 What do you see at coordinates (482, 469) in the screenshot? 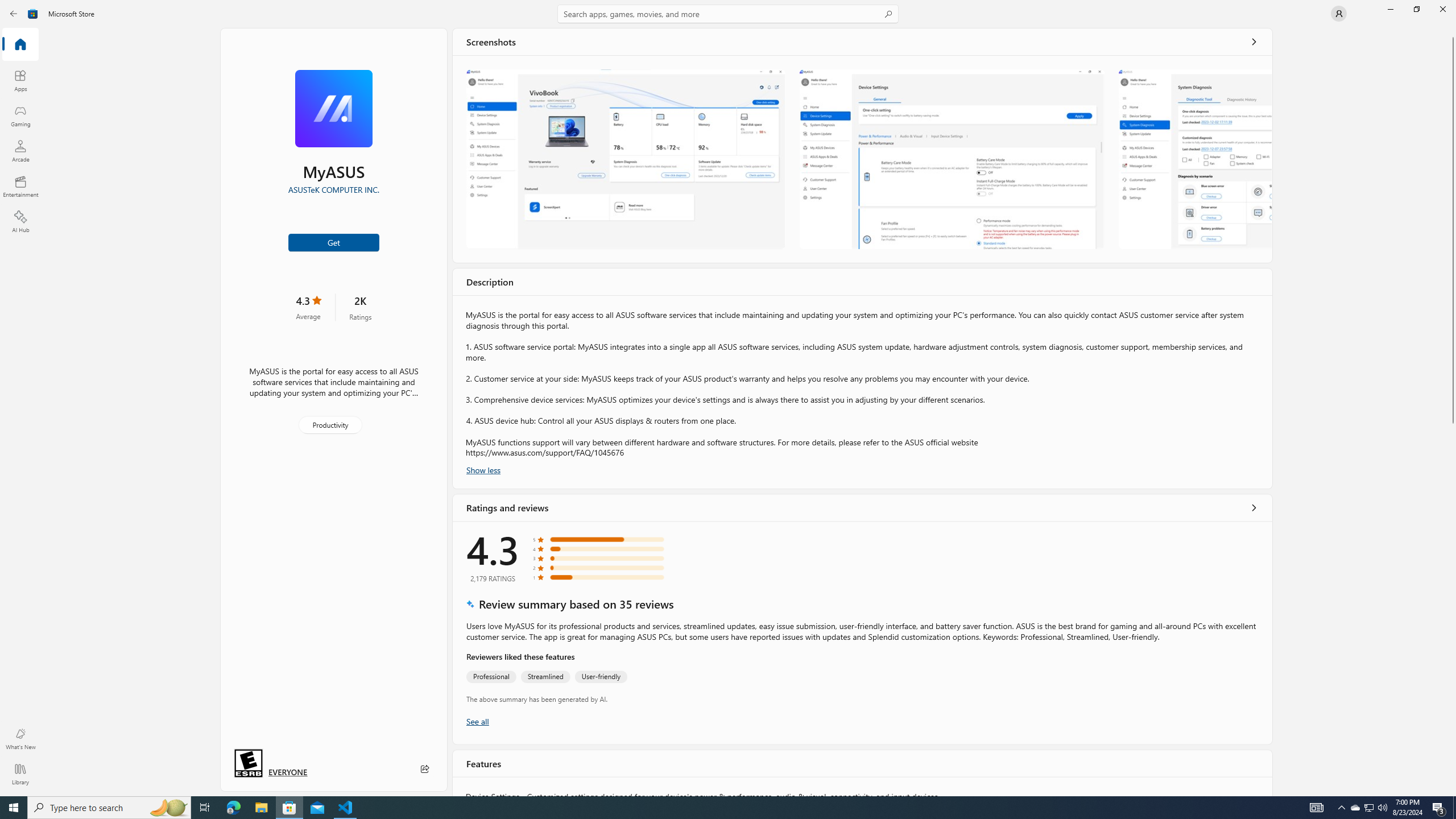
I see `'Show less'` at bounding box center [482, 469].